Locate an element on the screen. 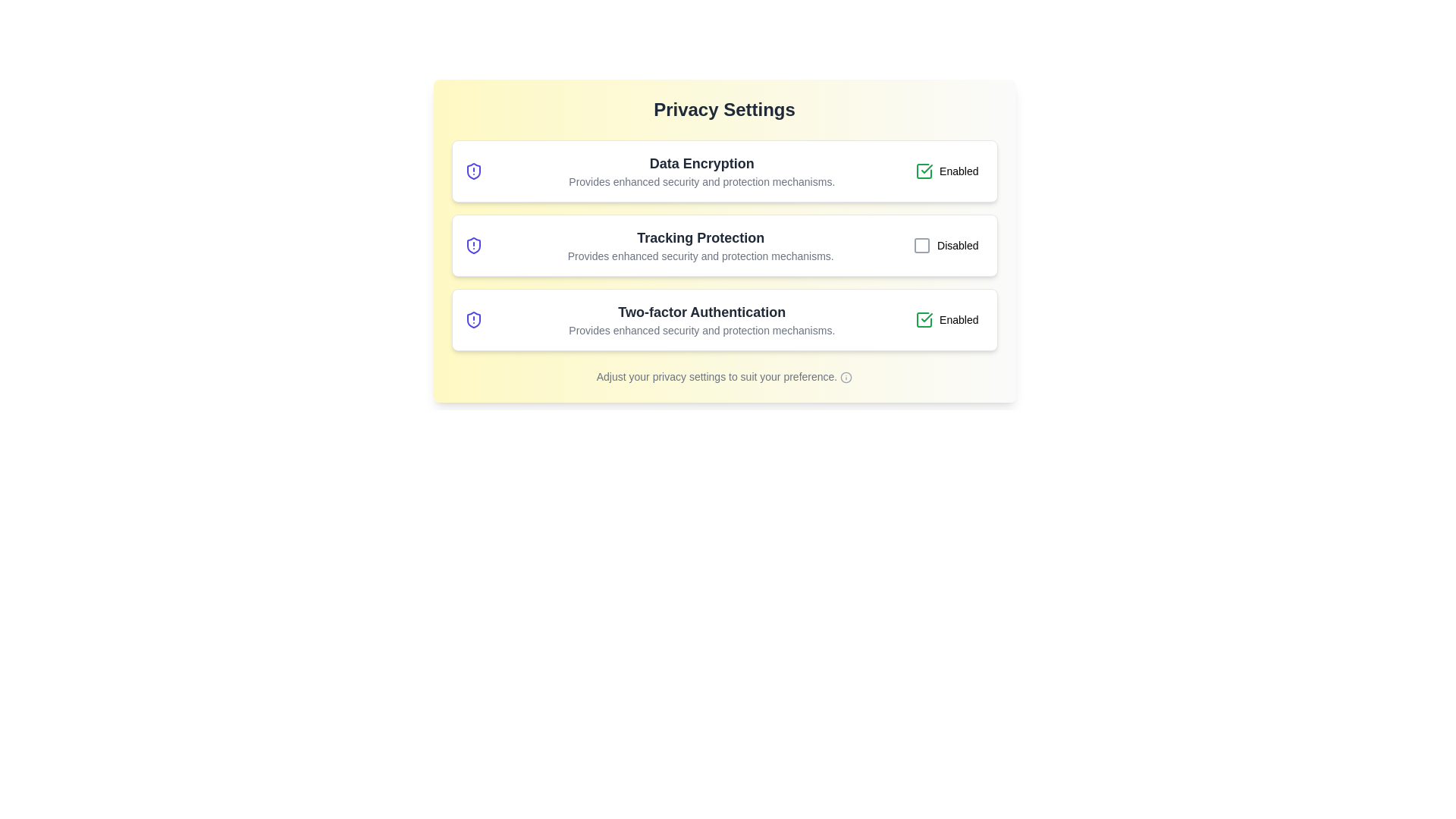 The width and height of the screenshot is (1456, 819). the square-shaped icon with a grey border and white interior located adjacent to the 'Disabled' label in the 'Tracking Protection' row of the Privacy Settings section is located at coordinates (921, 245).